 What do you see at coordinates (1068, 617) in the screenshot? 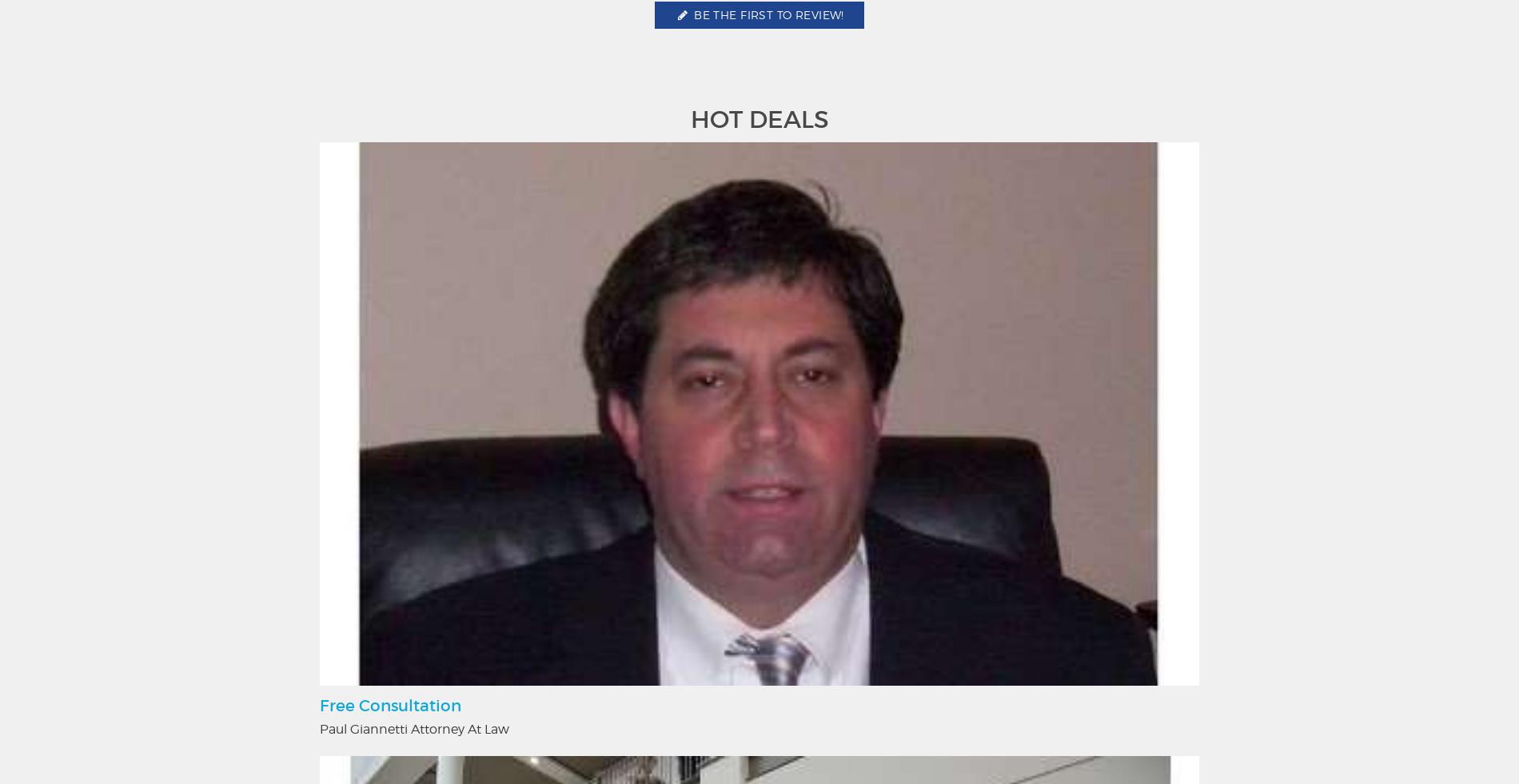
I see `'Sweepstakes'` at bounding box center [1068, 617].